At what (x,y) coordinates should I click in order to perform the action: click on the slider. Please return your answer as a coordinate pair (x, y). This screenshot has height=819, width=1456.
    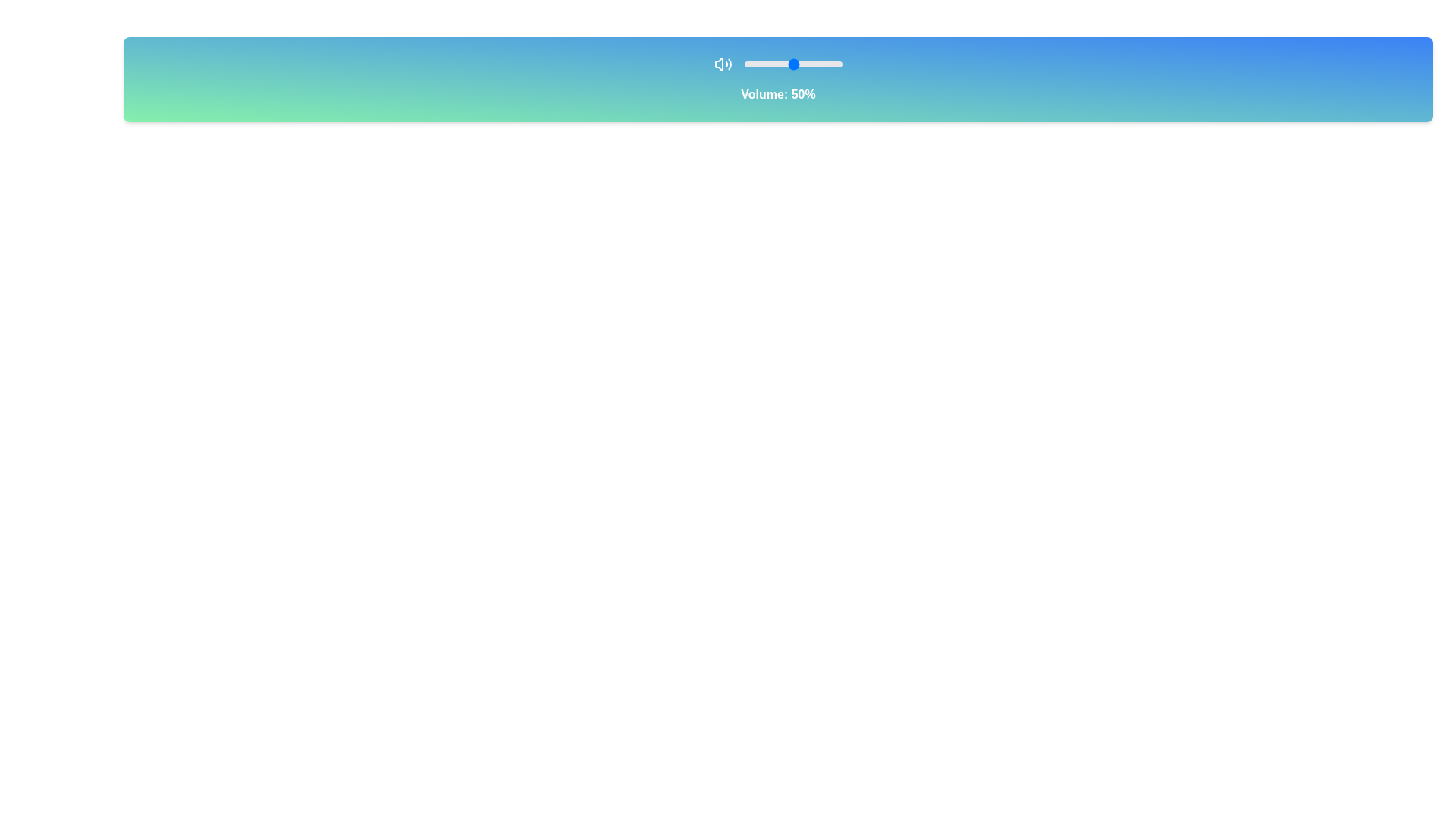
    Looking at the image, I should click on (767, 63).